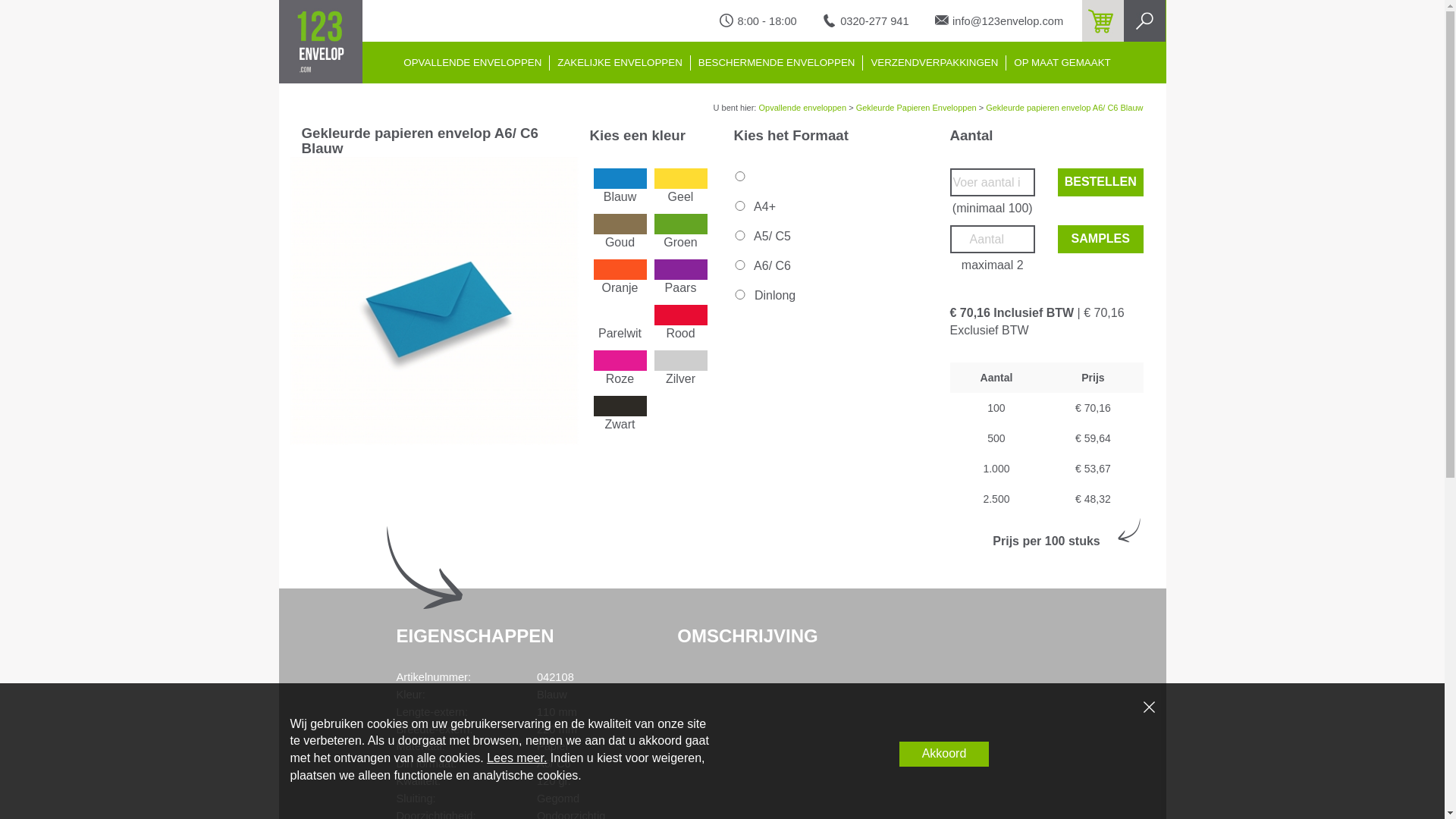 The height and width of the screenshot is (819, 1456). Describe the element at coordinates (1100, 239) in the screenshot. I see `'SAMPLES'` at that location.